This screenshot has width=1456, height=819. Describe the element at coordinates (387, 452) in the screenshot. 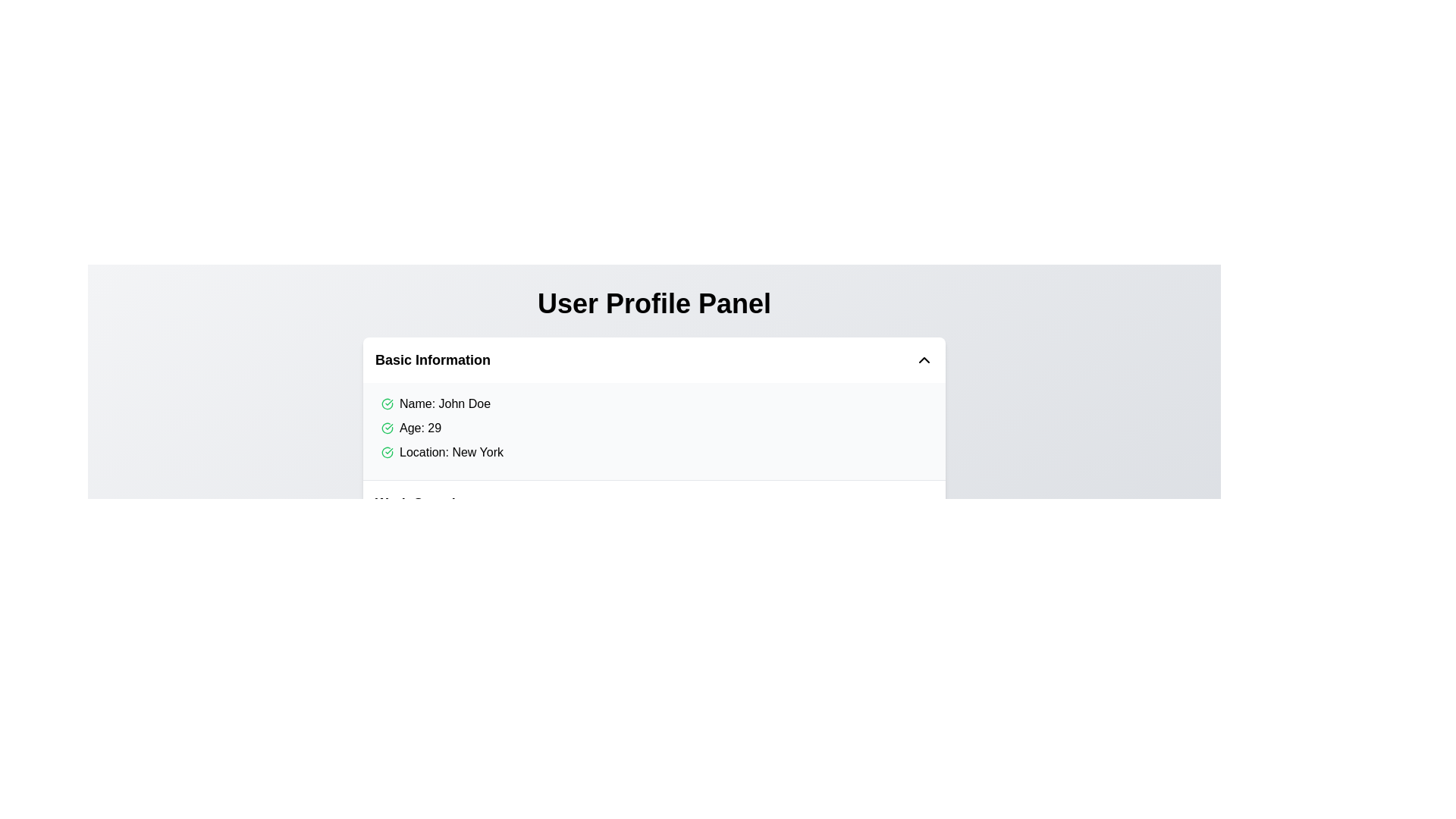

I see `the SVG graphical element that is part of the confirmation or status indicator icon located in the 'Basic Information' section, to the left of the 'Name: John Doe' text` at that location.